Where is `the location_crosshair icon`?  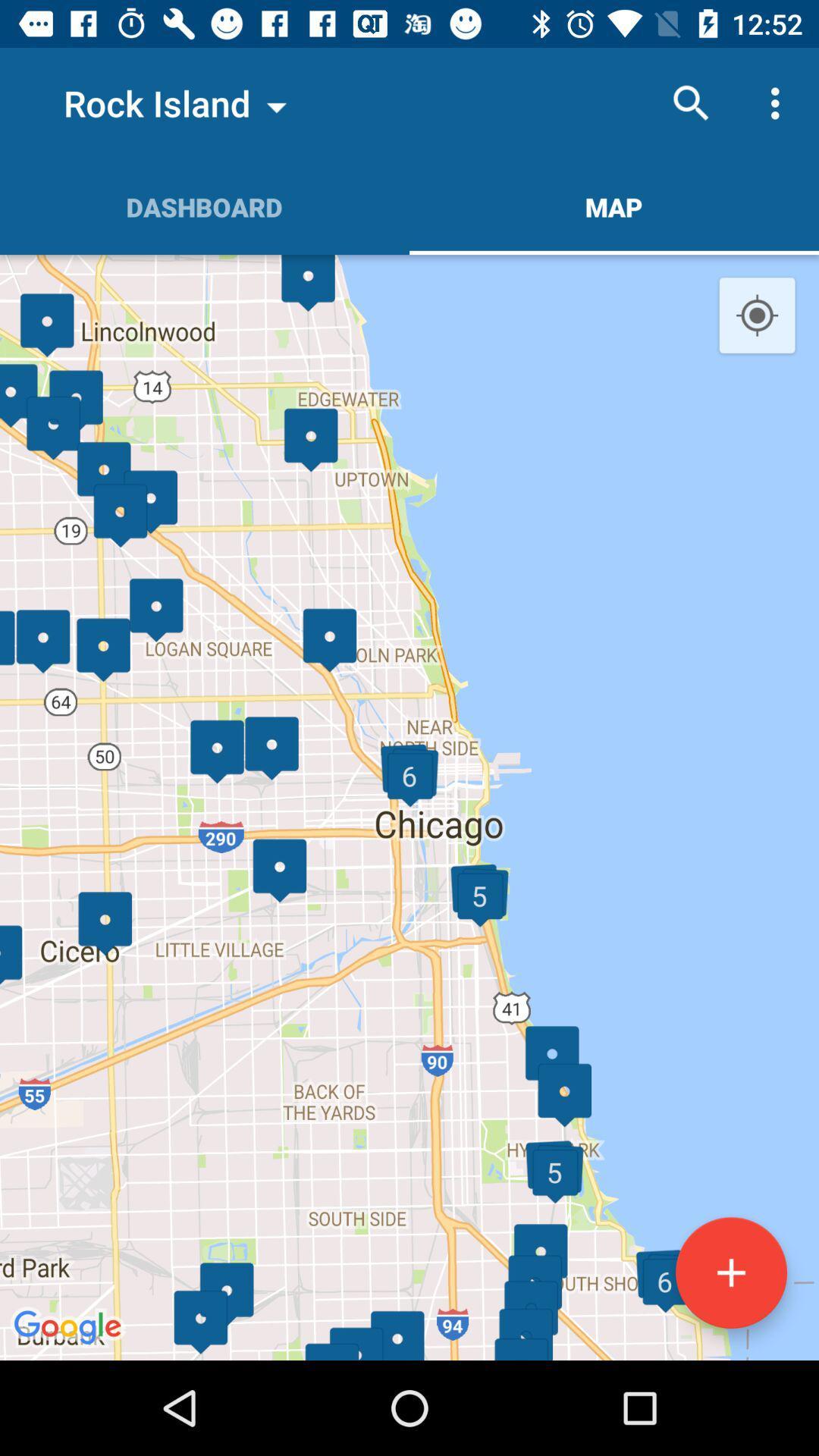
the location_crosshair icon is located at coordinates (757, 315).